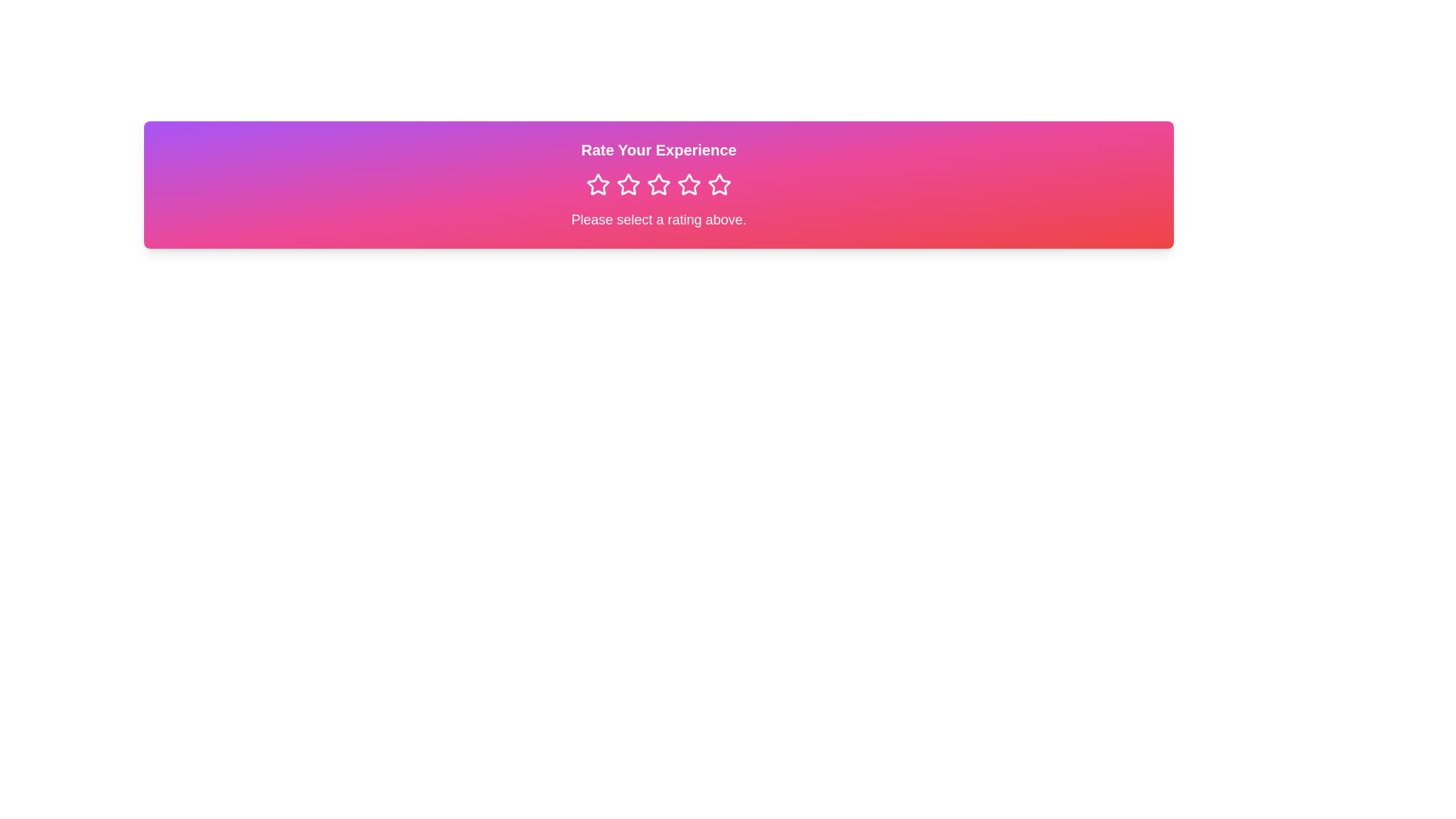 The width and height of the screenshot is (1456, 819). Describe the element at coordinates (629, 184) in the screenshot. I see `the highlighted star icon, which is the third star in a horizontal row of five stars` at that location.